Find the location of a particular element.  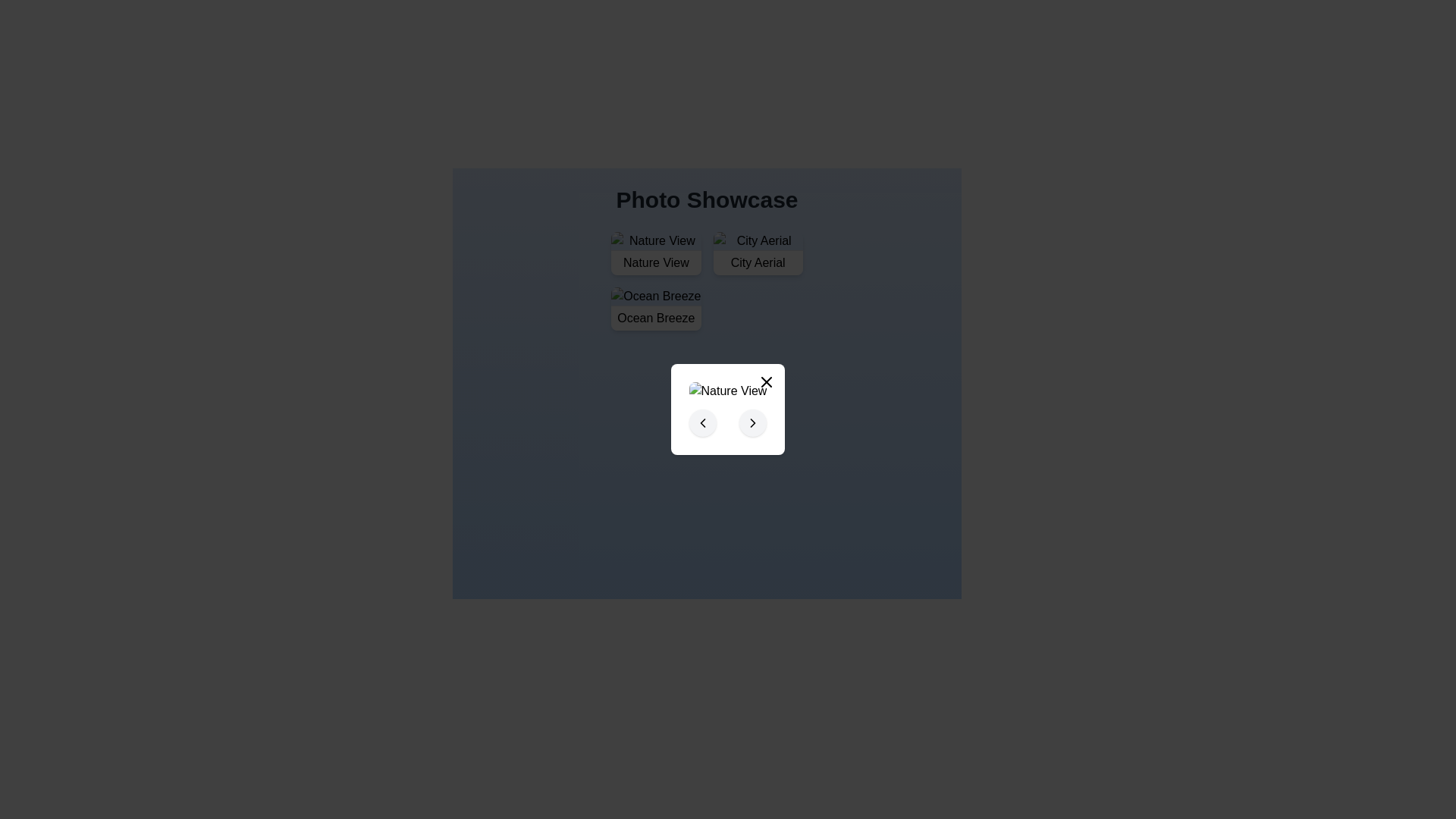

the navigation icon located to the left of the right-facing arrow button in the modal interface is located at coordinates (701, 423).